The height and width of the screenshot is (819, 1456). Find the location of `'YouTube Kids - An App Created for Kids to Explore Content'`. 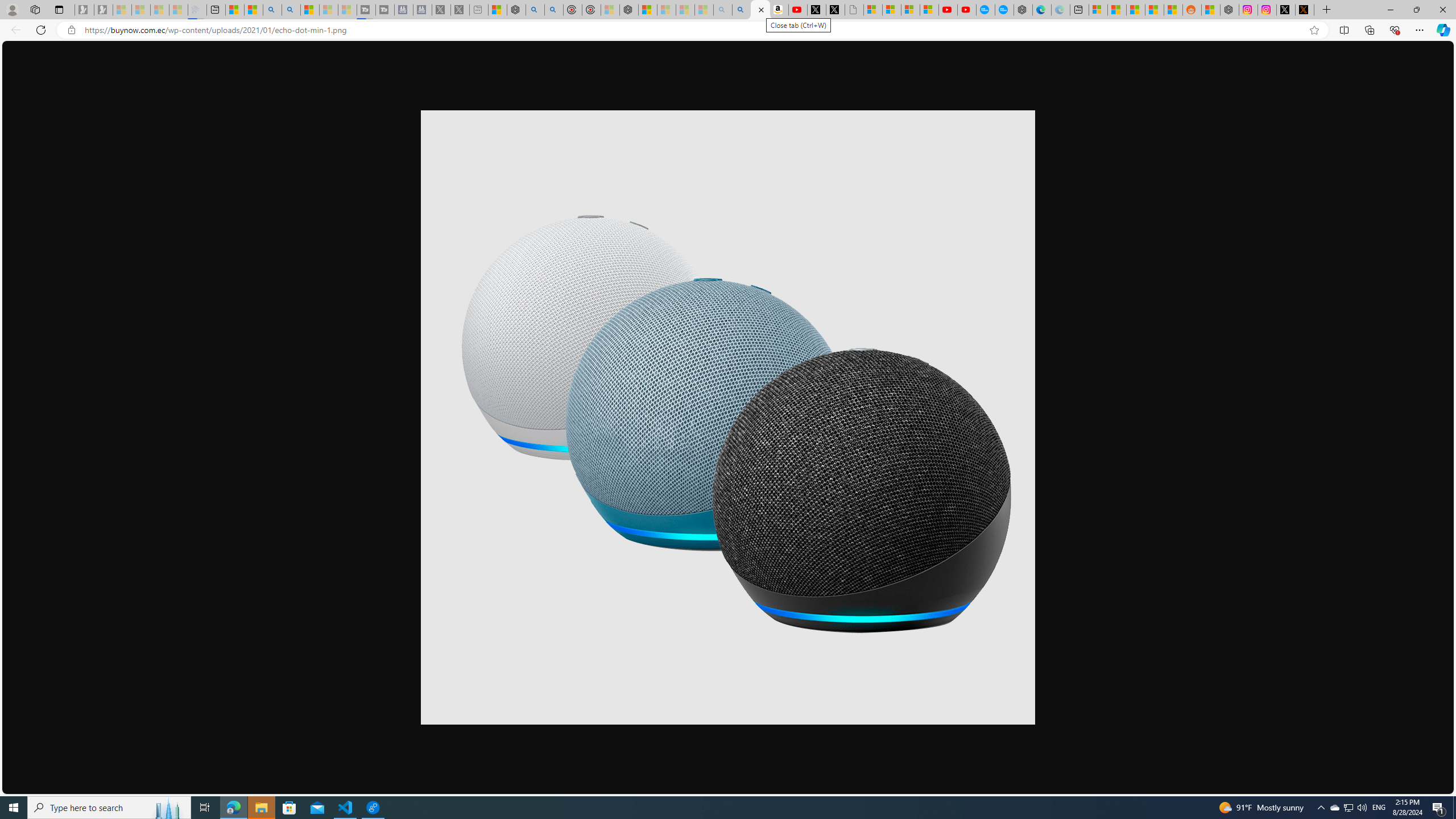

'YouTube Kids - An App Created for Kids to Explore Content' is located at coordinates (966, 9).